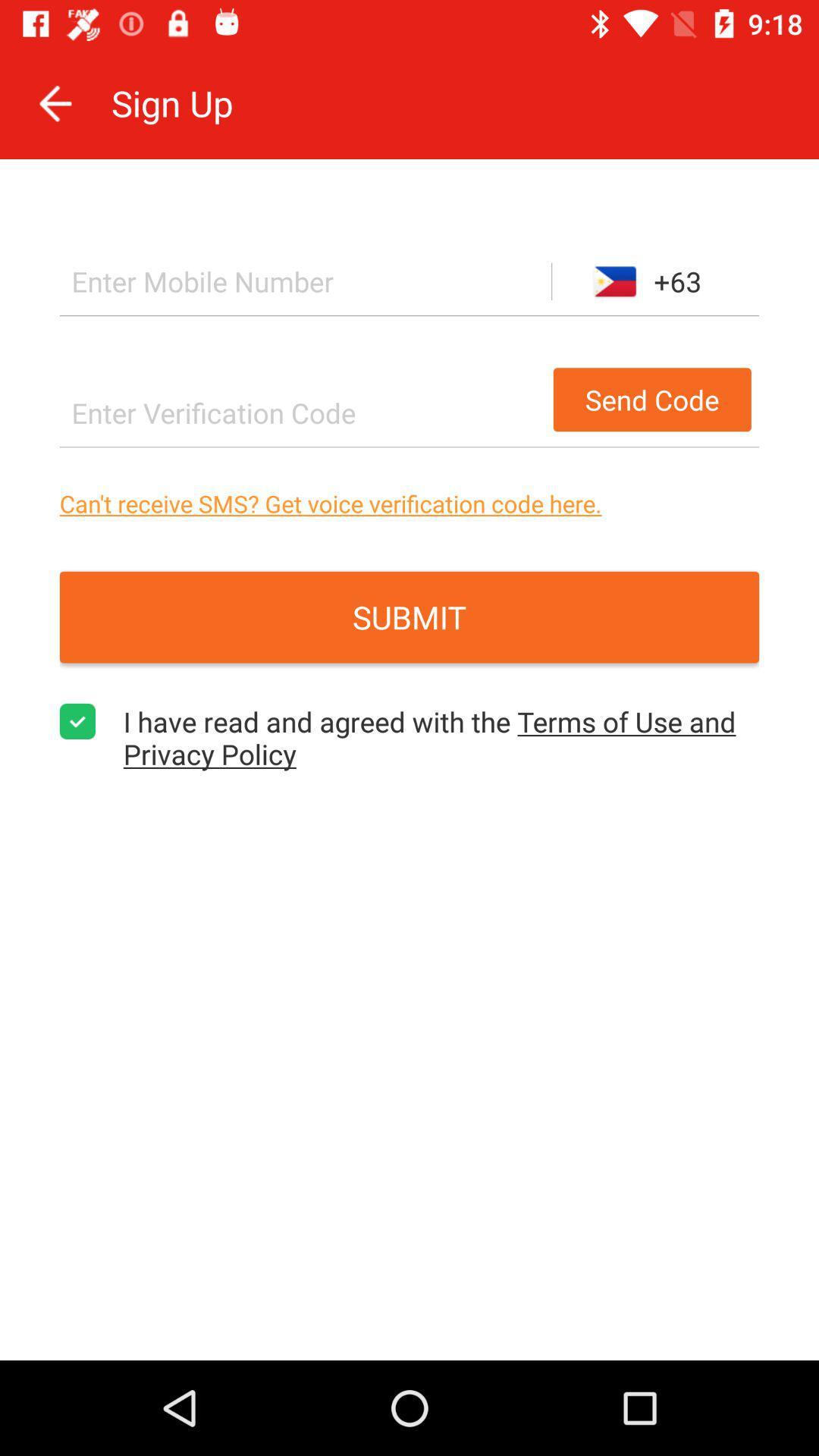 This screenshot has width=819, height=1456. Describe the element at coordinates (409, 504) in the screenshot. I see `can t receive icon` at that location.